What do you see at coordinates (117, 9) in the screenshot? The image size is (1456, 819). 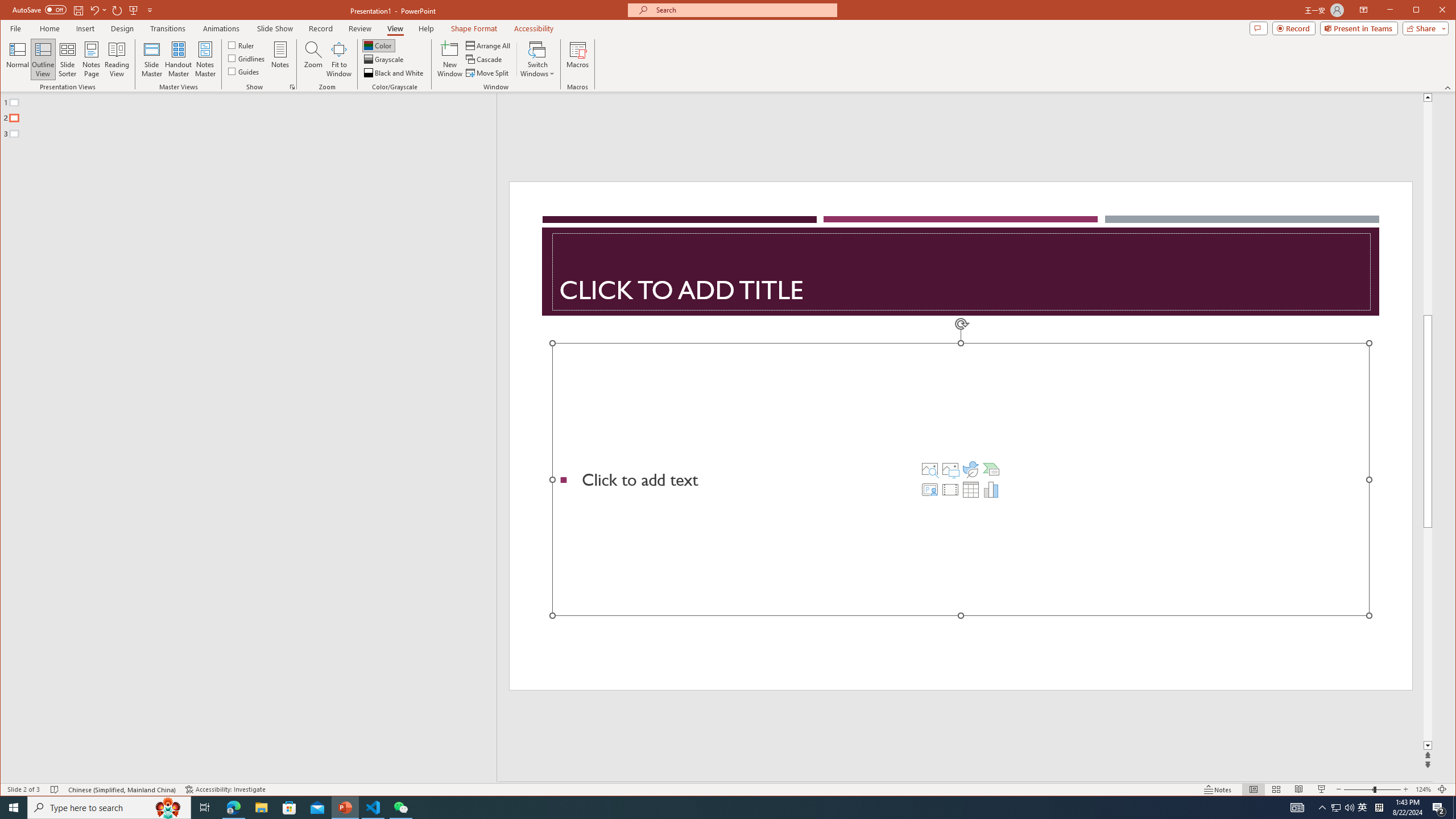 I see `'Transitions'` at bounding box center [117, 9].